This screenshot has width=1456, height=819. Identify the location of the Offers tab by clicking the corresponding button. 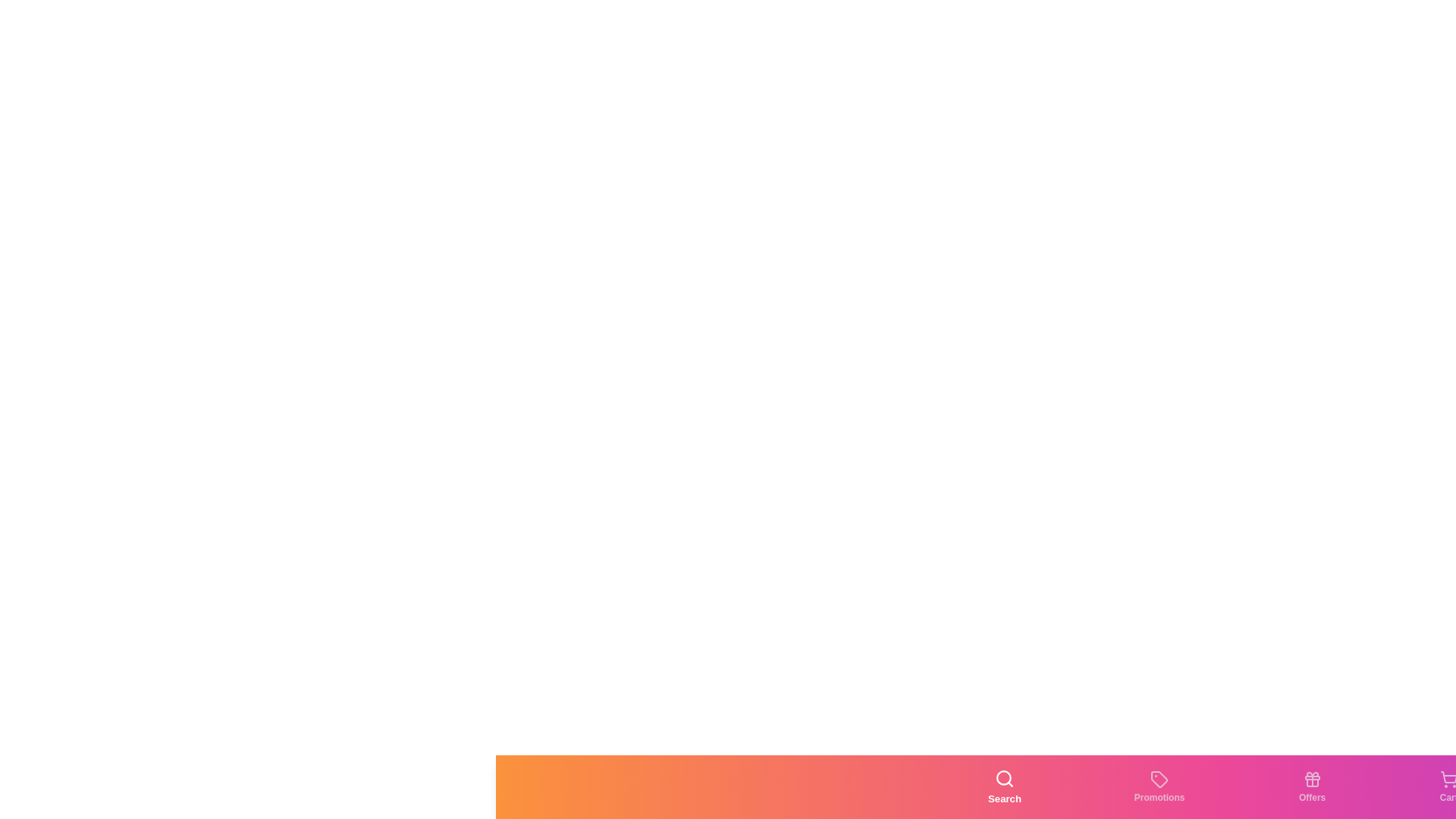
(1311, 786).